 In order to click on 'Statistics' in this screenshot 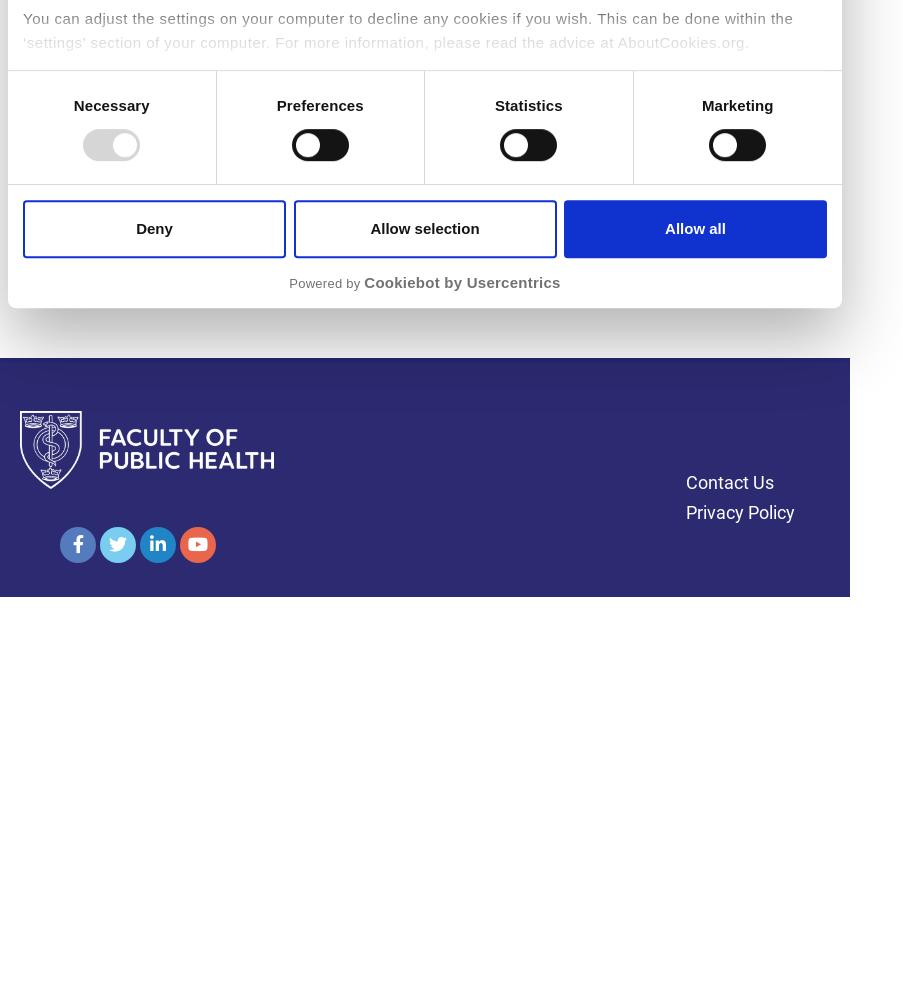, I will do `click(526, 104)`.